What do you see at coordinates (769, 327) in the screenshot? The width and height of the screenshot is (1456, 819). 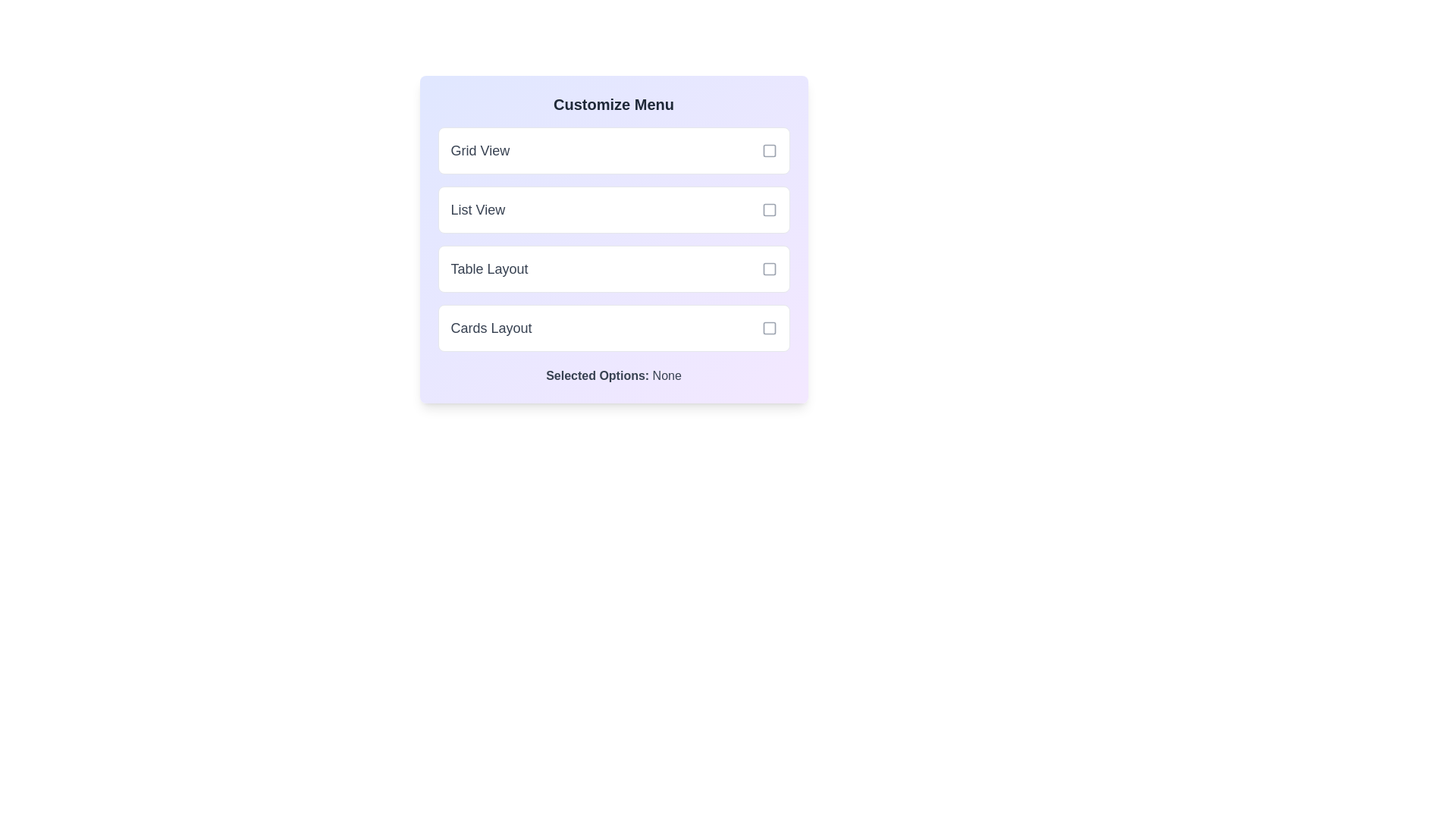 I see `the square icon with rounded corners located to the right of the 'Cards Layout' option` at bounding box center [769, 327].